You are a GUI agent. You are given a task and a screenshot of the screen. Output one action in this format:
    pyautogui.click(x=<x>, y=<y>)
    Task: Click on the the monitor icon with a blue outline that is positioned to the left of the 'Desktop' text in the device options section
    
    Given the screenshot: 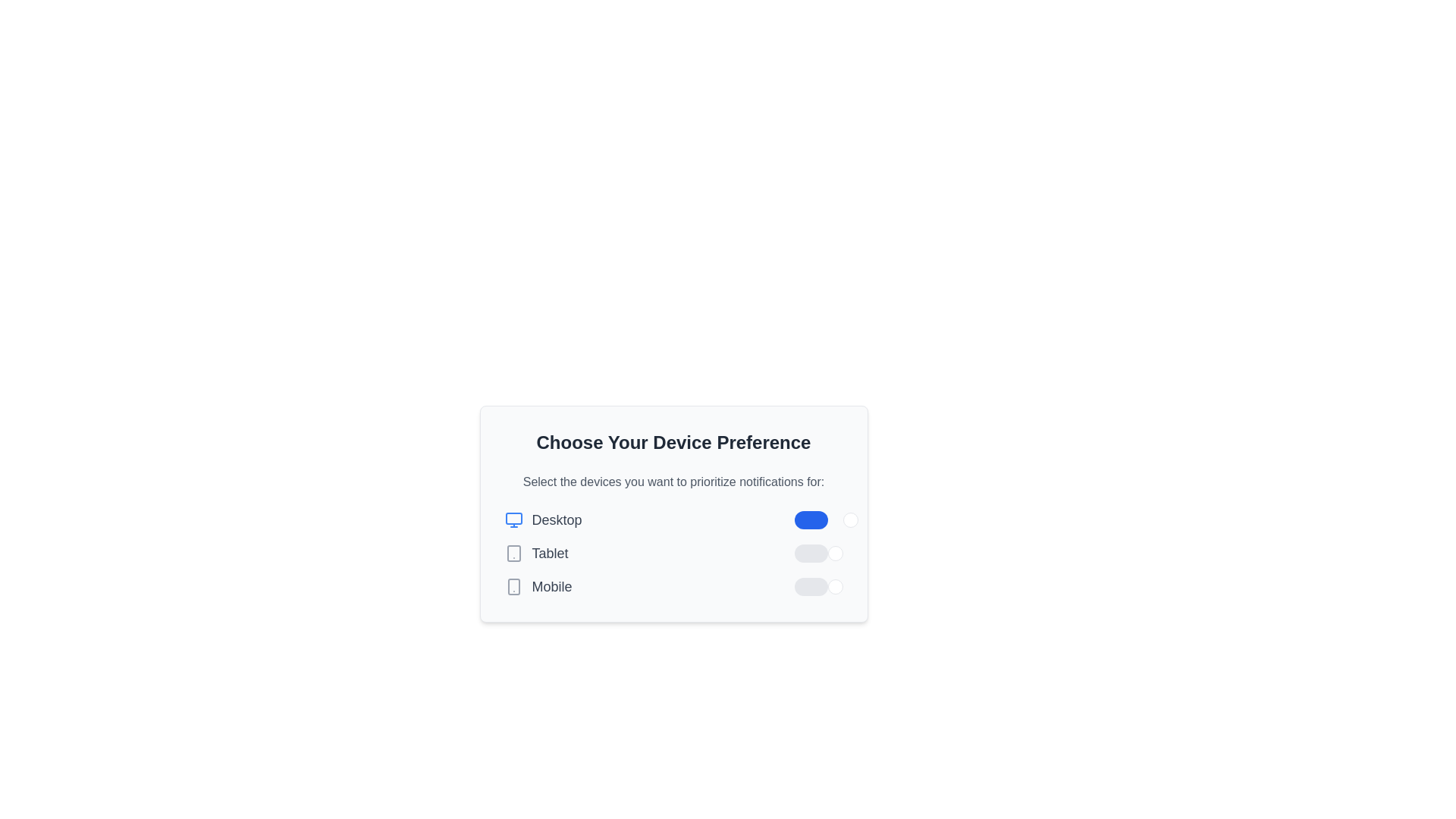 What is the action you would take?
    pyautogui.click(x=513, y=519)
    